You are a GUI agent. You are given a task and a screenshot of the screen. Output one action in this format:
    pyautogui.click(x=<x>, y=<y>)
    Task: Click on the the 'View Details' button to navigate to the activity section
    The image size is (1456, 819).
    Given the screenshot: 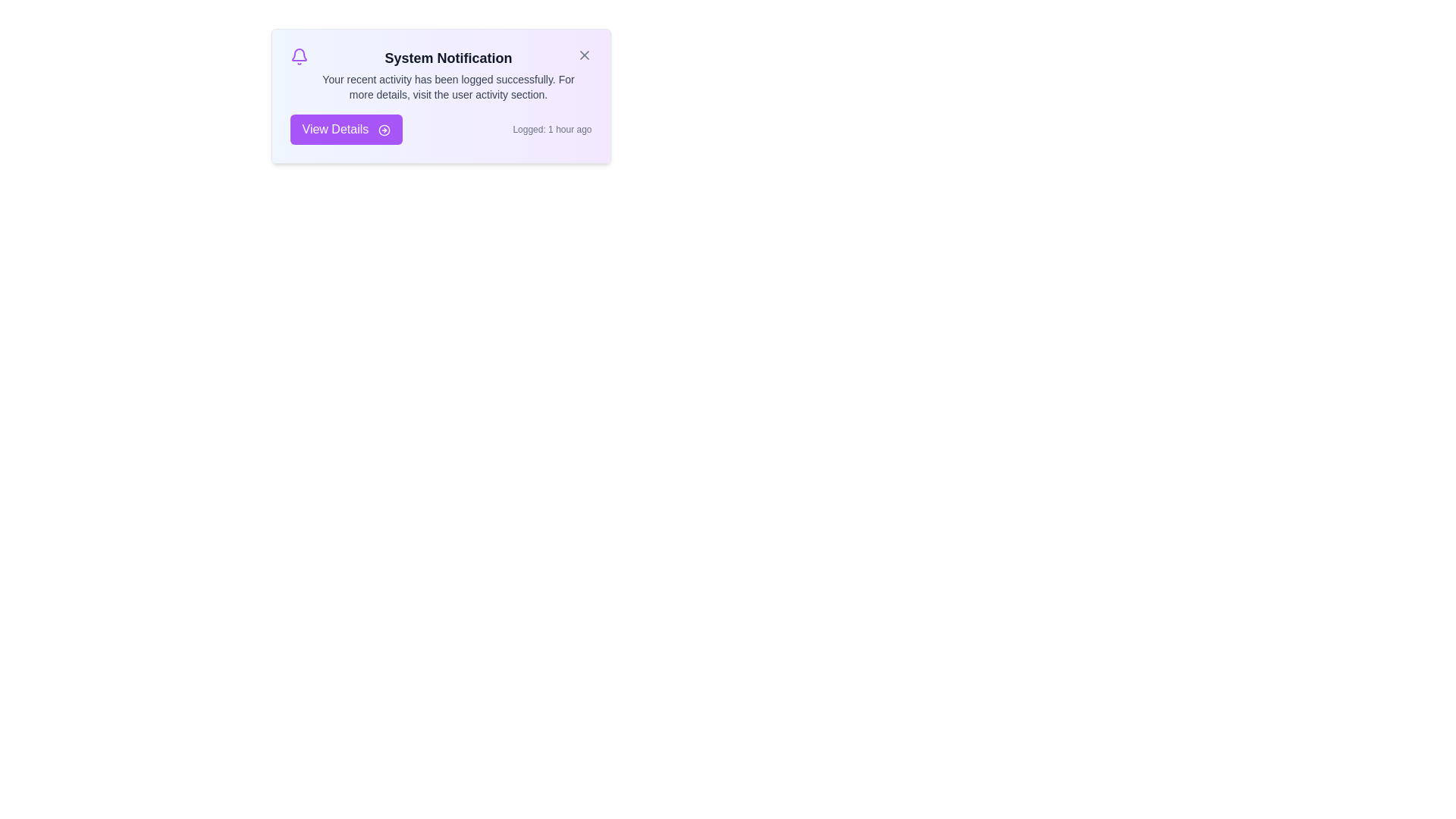 What is the action you would take?
    pyautogui.click(x=345, y=128)
    